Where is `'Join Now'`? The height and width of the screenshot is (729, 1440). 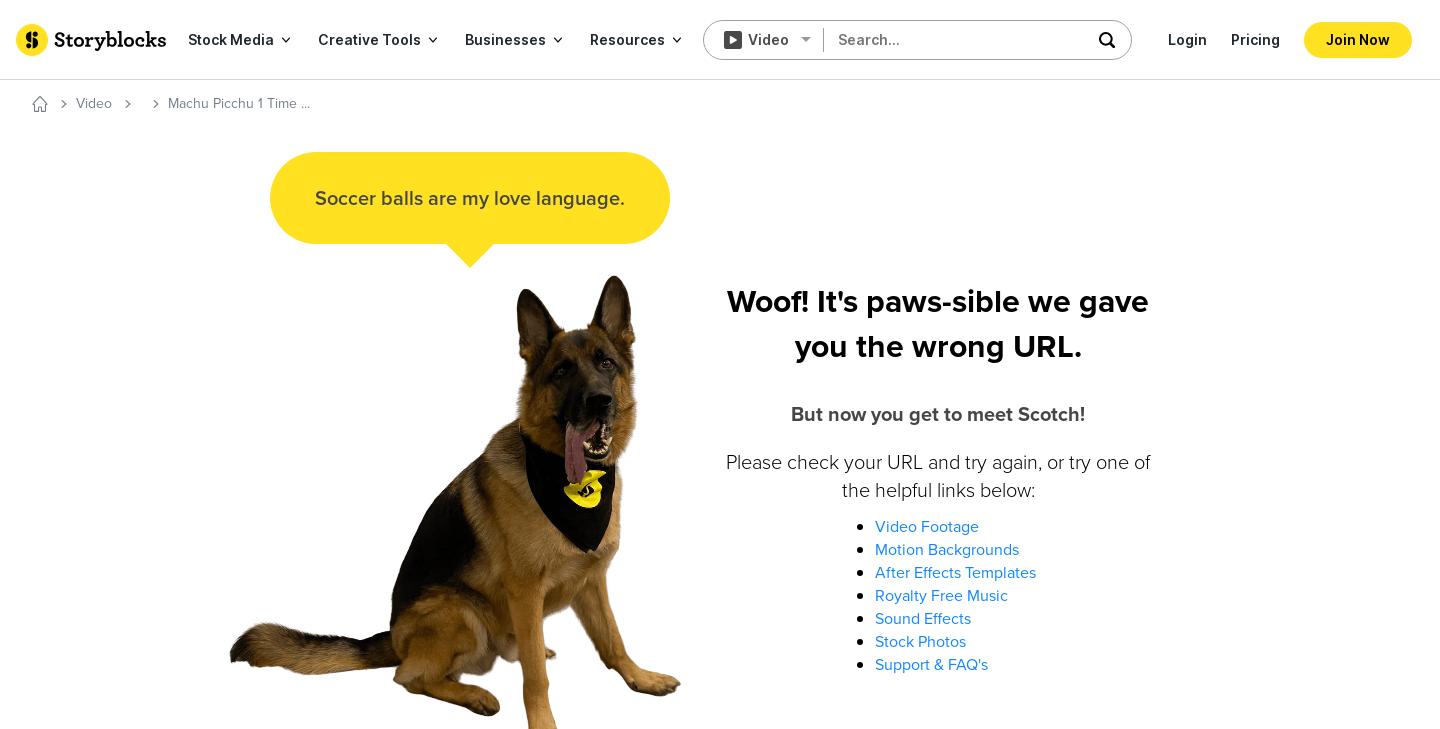
'Join Now' is located at coordinates (1357, 37).